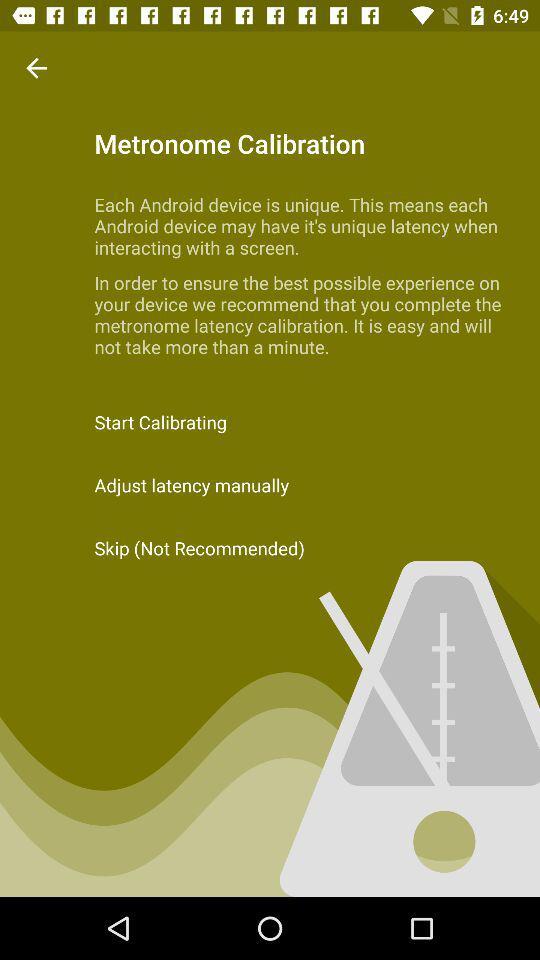 This screenshot has height=960, width=540. Describe the element at coordinates (36, 68) in the screenshot. I see `the item above the start calibrating` at that location.